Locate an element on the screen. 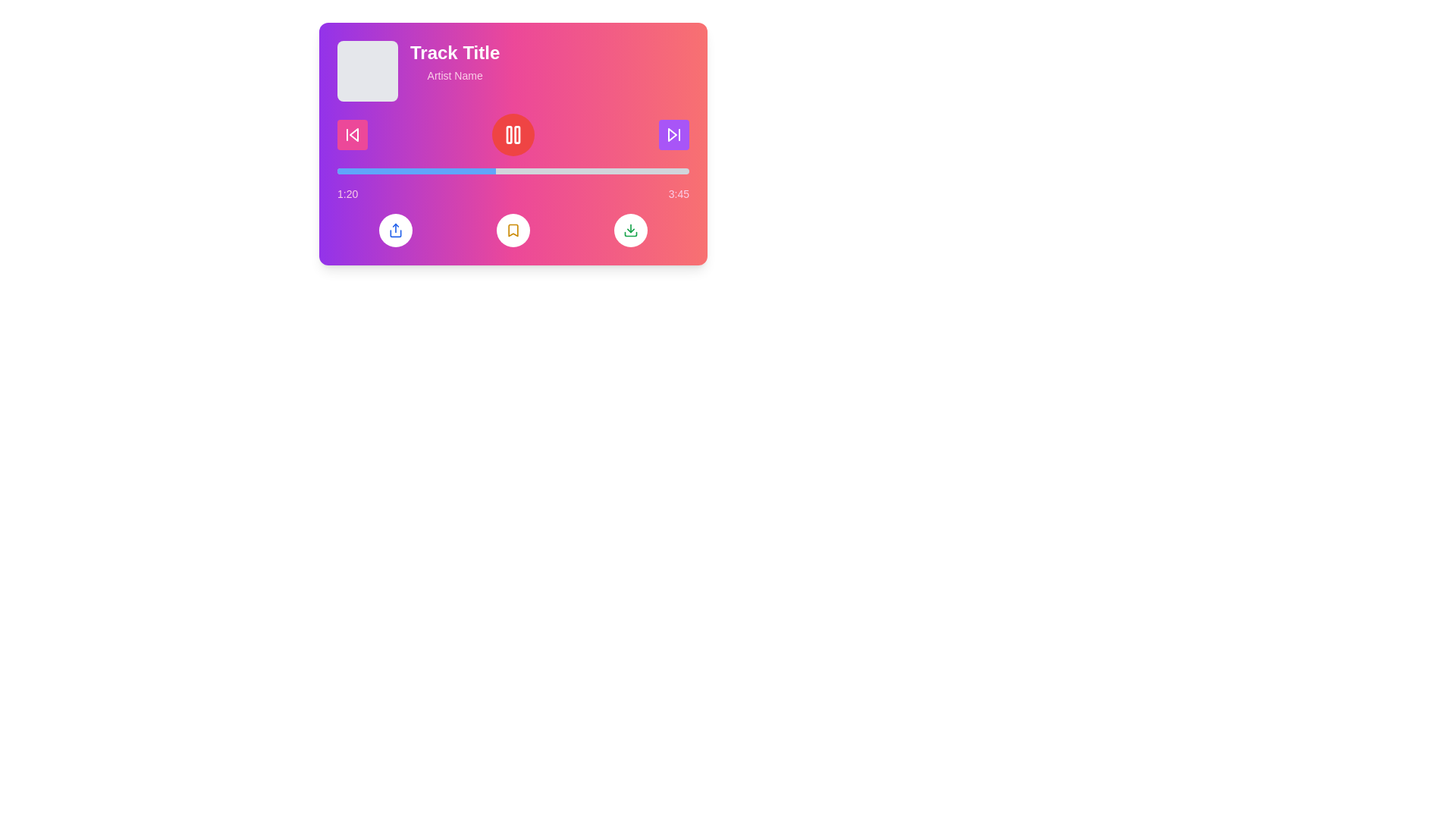  the share icon button, which is a blue icon within a circular white button located in the bottom left area of the music player interface is located at coordinates (396, 231).